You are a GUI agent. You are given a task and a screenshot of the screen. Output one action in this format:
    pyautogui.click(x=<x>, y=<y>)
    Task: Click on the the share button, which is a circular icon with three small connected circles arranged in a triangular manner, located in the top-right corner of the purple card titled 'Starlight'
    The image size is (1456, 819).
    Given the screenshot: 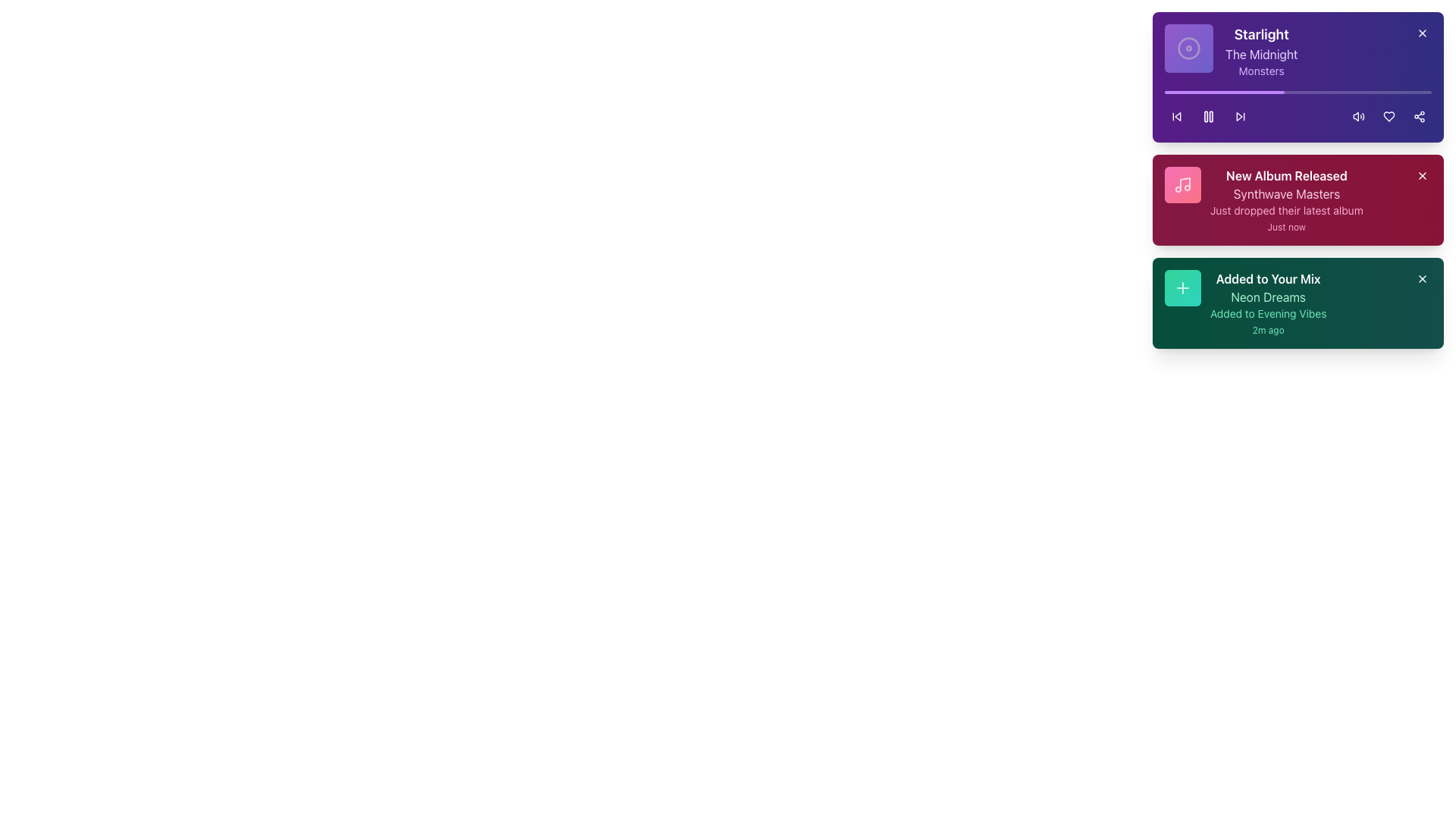 What is the action you would take?
    pyautogui.click(x=1419, y=116)
    